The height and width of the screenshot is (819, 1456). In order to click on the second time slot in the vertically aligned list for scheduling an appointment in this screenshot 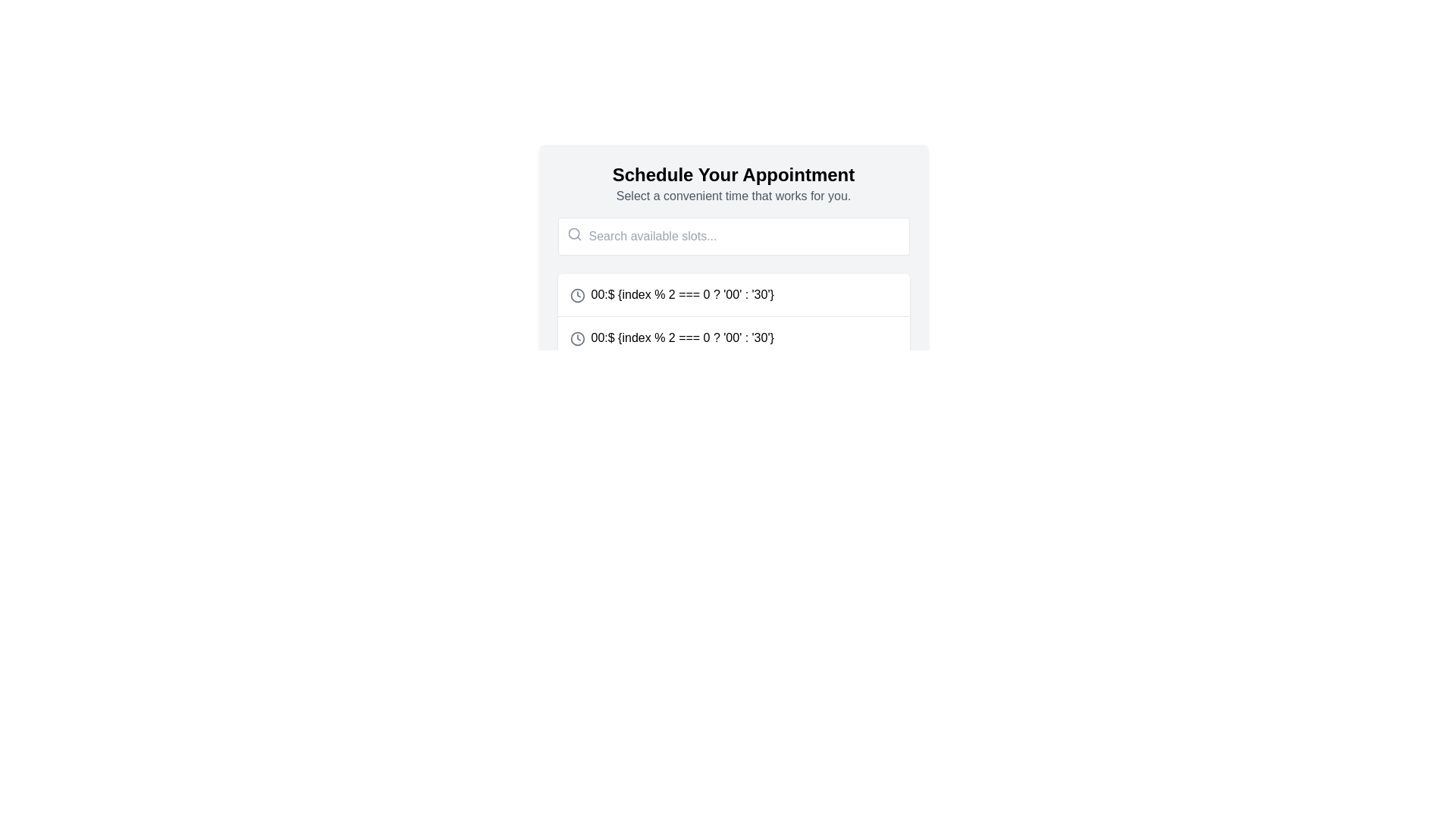, I will do `click(671, 337)`.